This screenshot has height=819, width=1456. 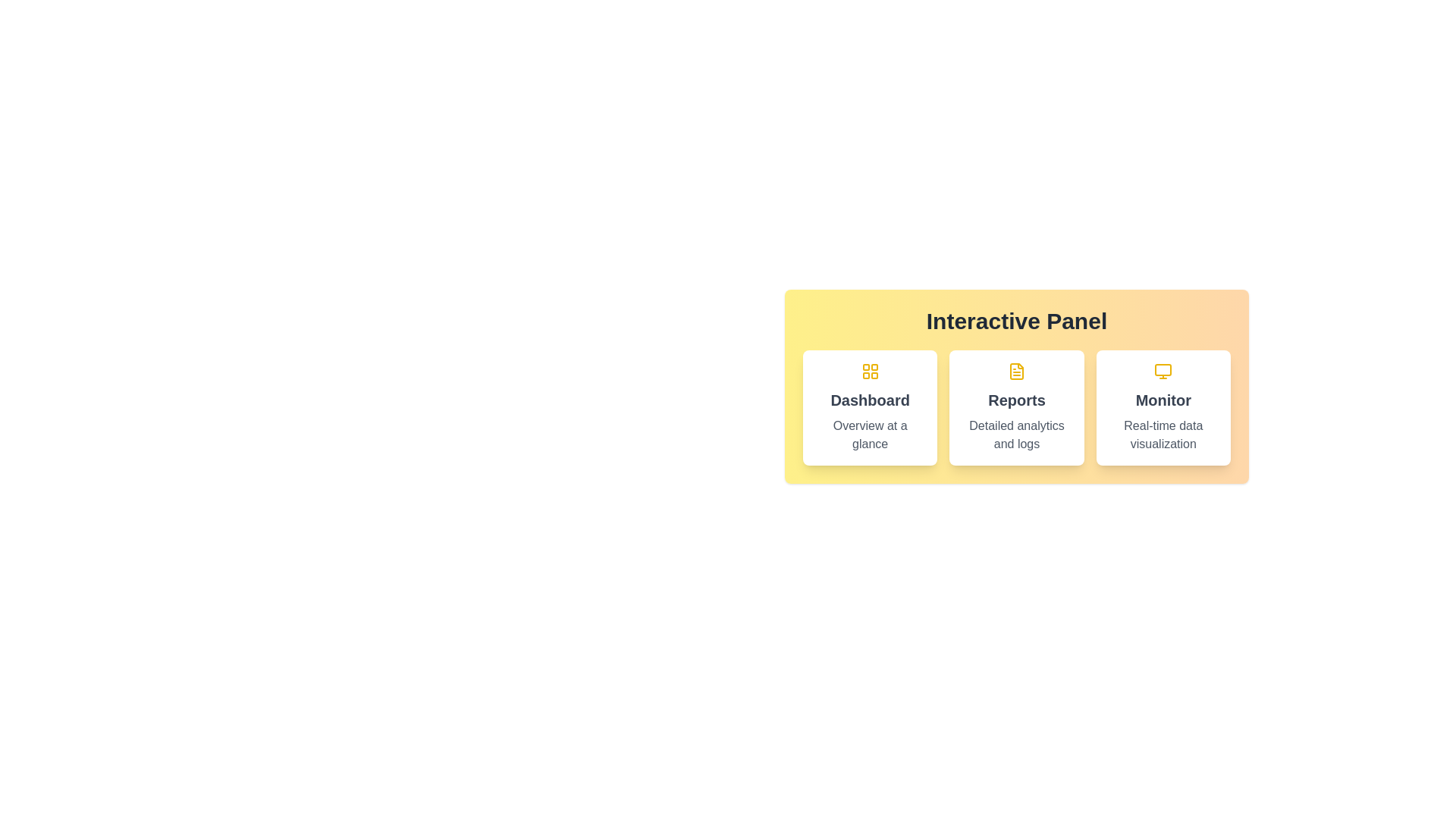 I want to click on the panel titled Monitor, so click(x=1163, y=406).